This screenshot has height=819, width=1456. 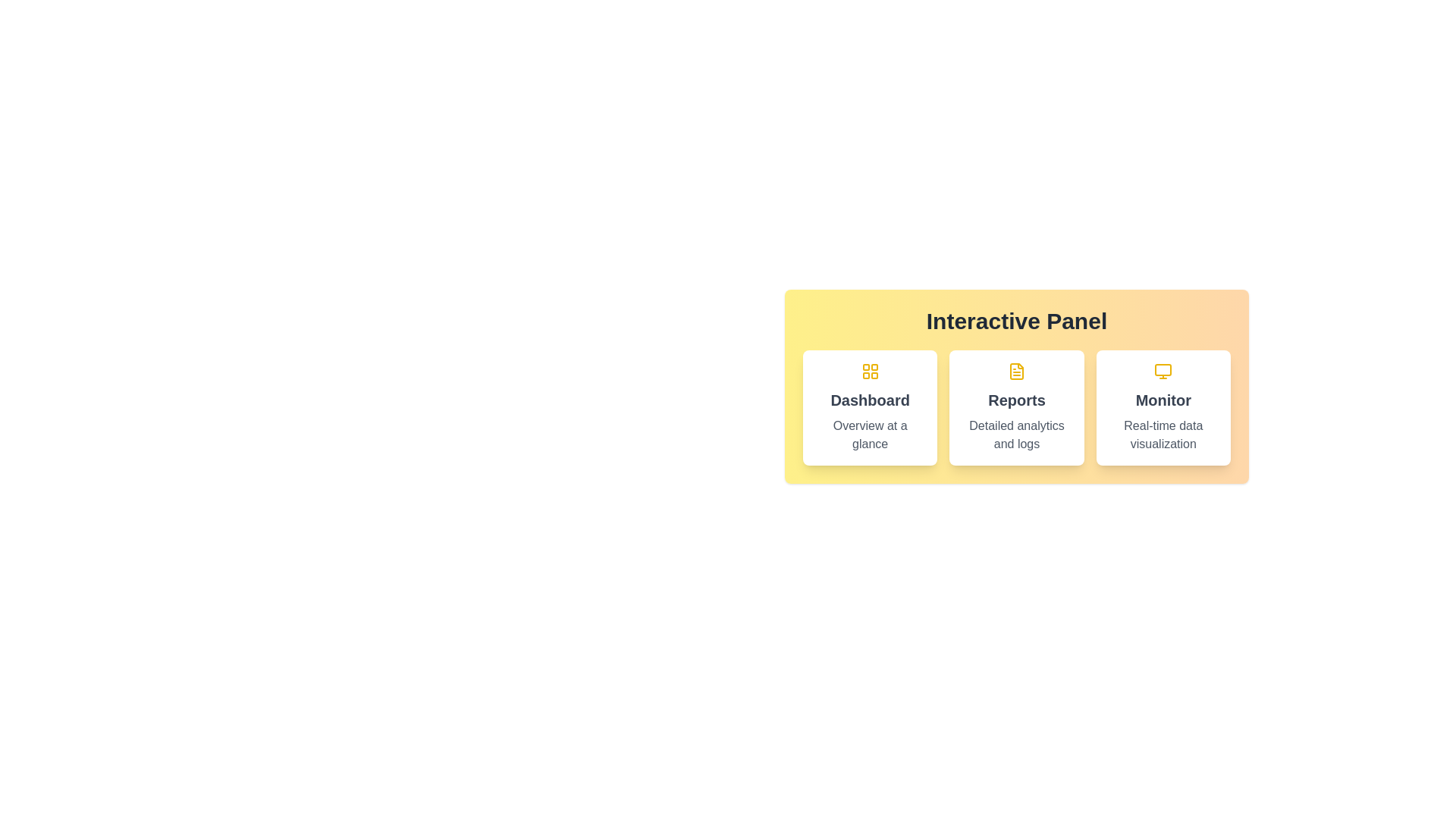 I want to click on the panel titled Monitor, so click(x=1163, y=406).